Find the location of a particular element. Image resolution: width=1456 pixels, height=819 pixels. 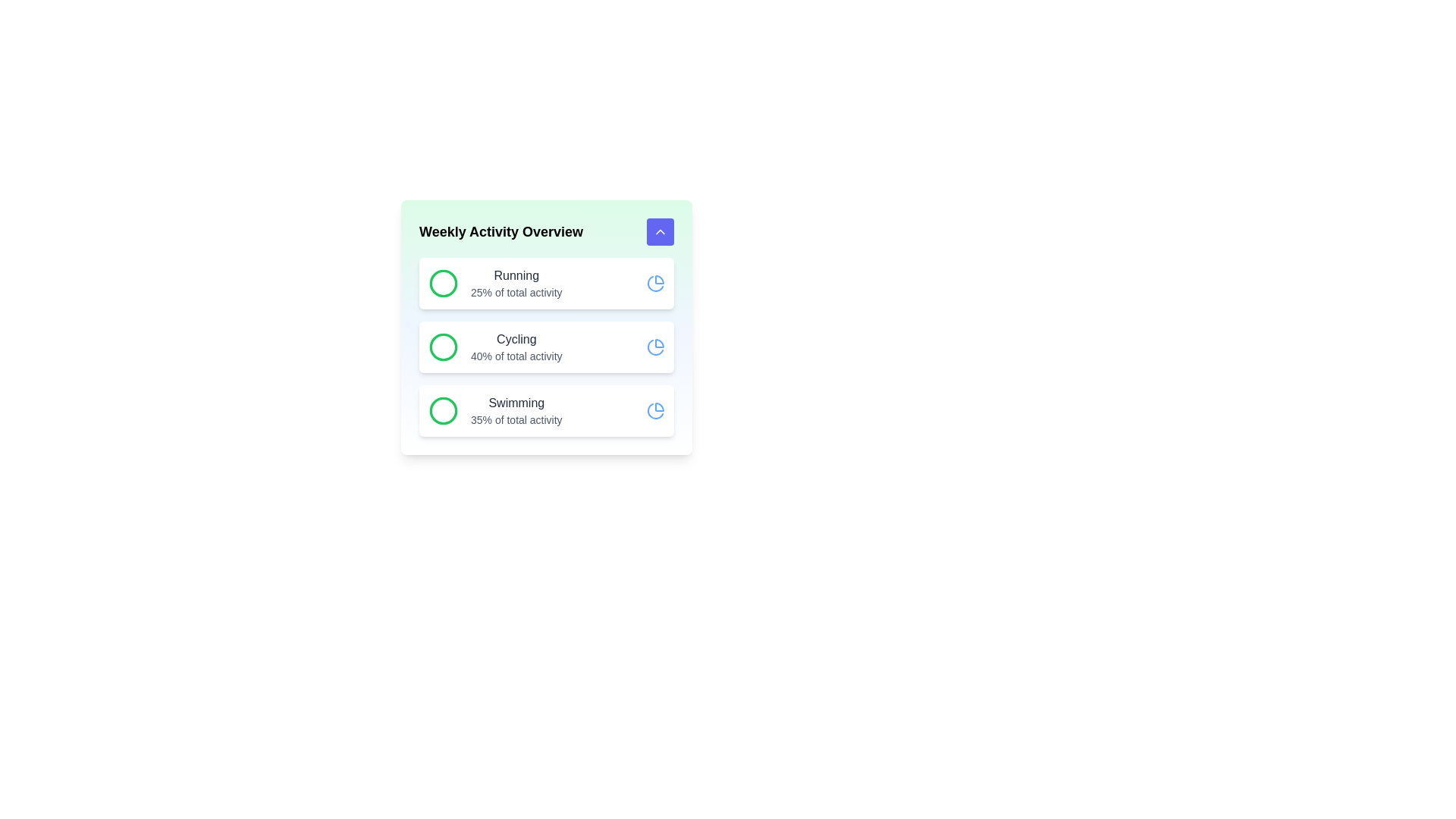

the circular icon with a green outline and white inner area, labeled 'Running', located within the 'Weekly Activity Overview' card is located at coordinates (443, 284).